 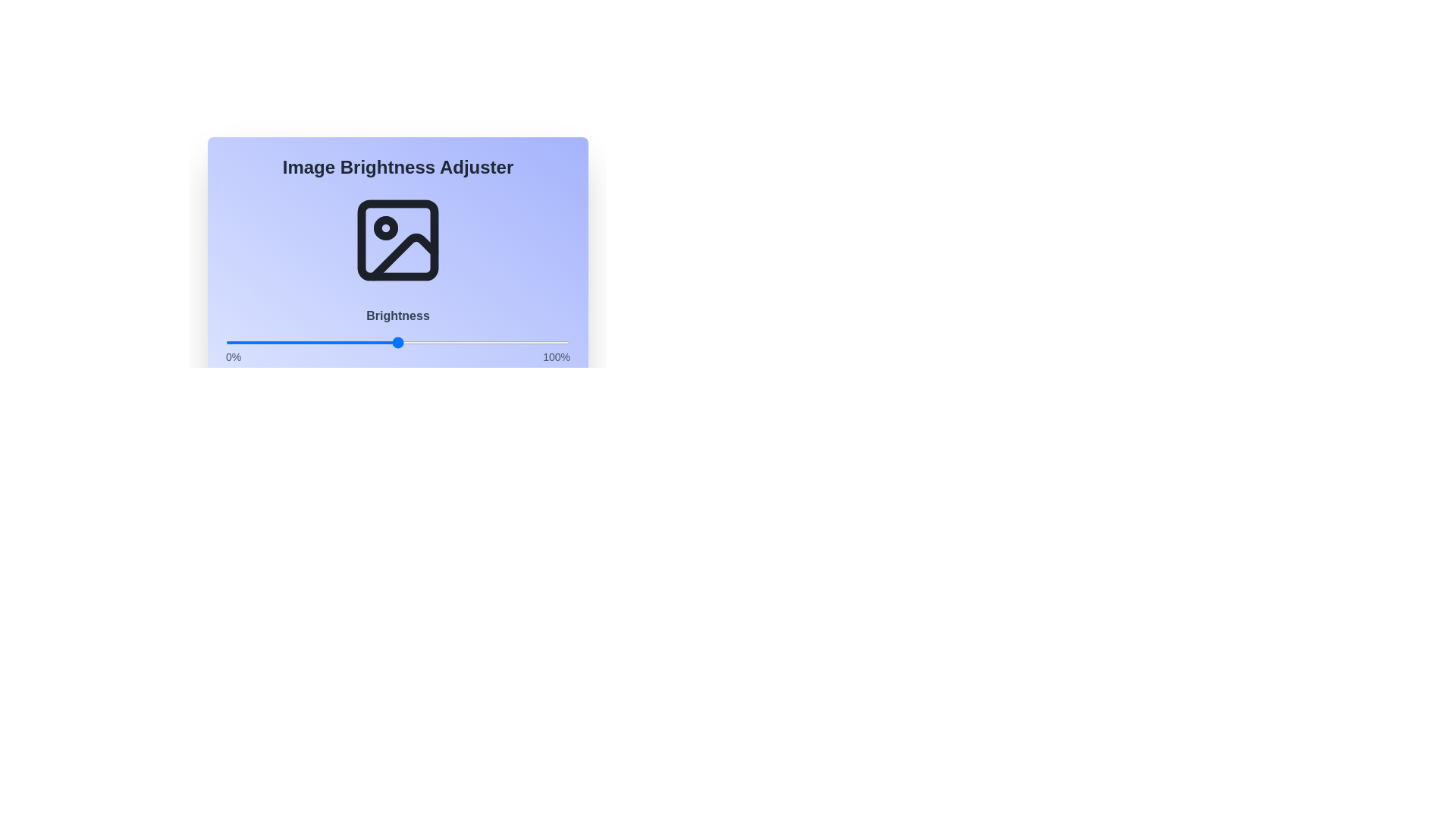 I want to click on the brightness slider to 54%, so click(x=412, y=342).